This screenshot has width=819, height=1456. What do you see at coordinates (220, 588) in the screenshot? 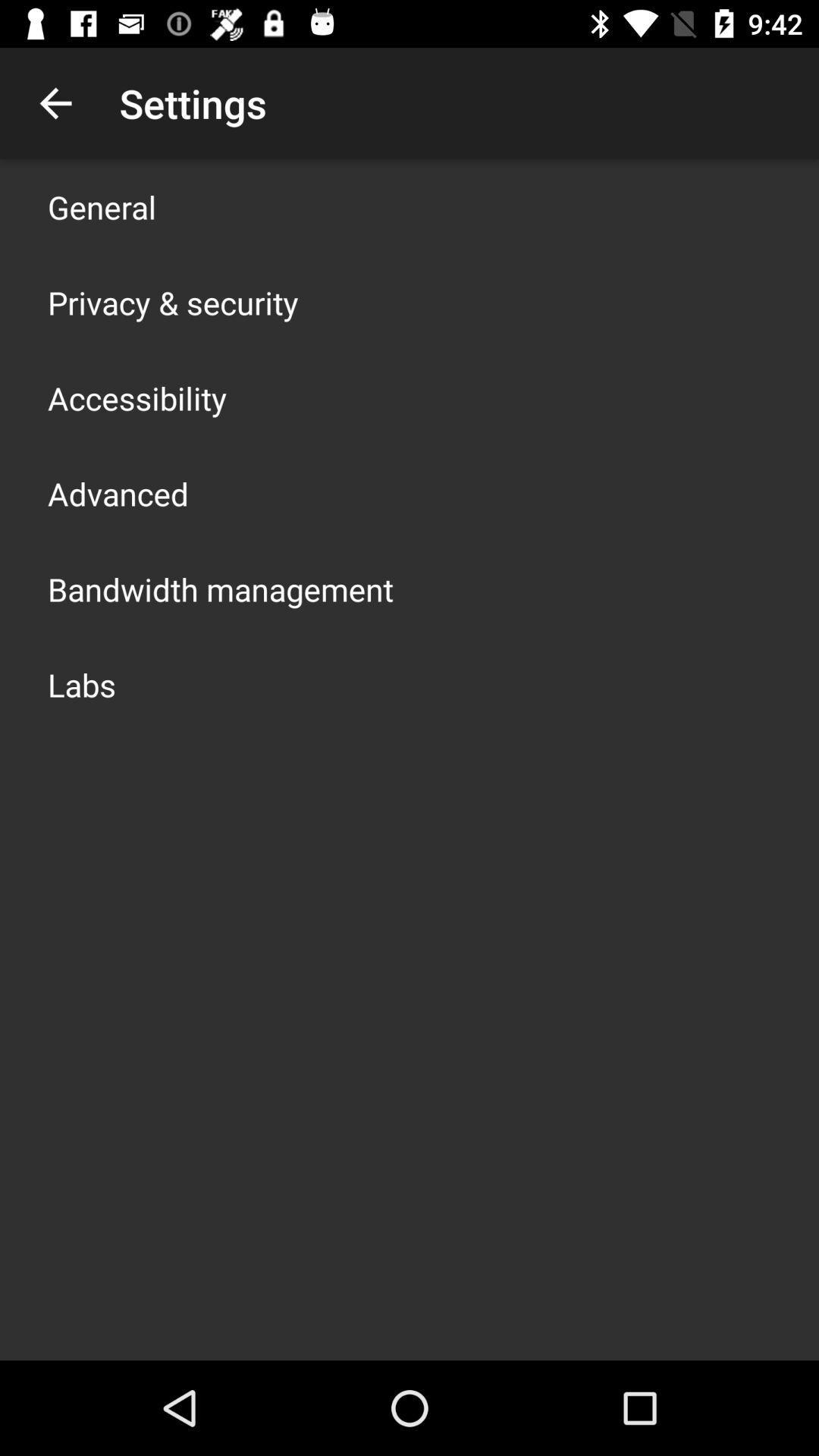
I see `the item above labs icon` at bounding box center [220, 588].